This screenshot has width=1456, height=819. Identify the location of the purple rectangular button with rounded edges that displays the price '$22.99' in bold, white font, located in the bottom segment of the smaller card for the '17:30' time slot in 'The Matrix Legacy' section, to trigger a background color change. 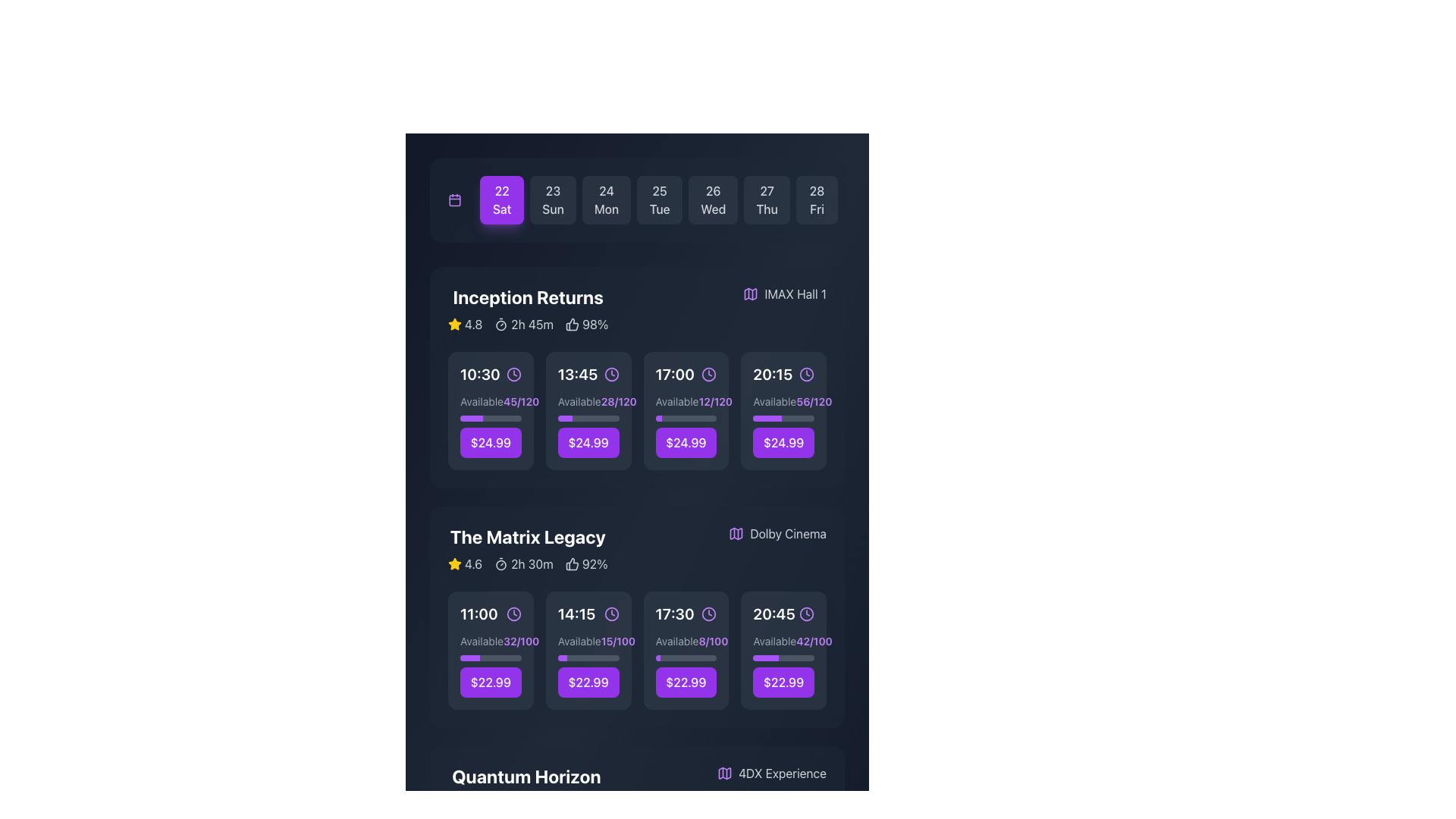
(685, 665).